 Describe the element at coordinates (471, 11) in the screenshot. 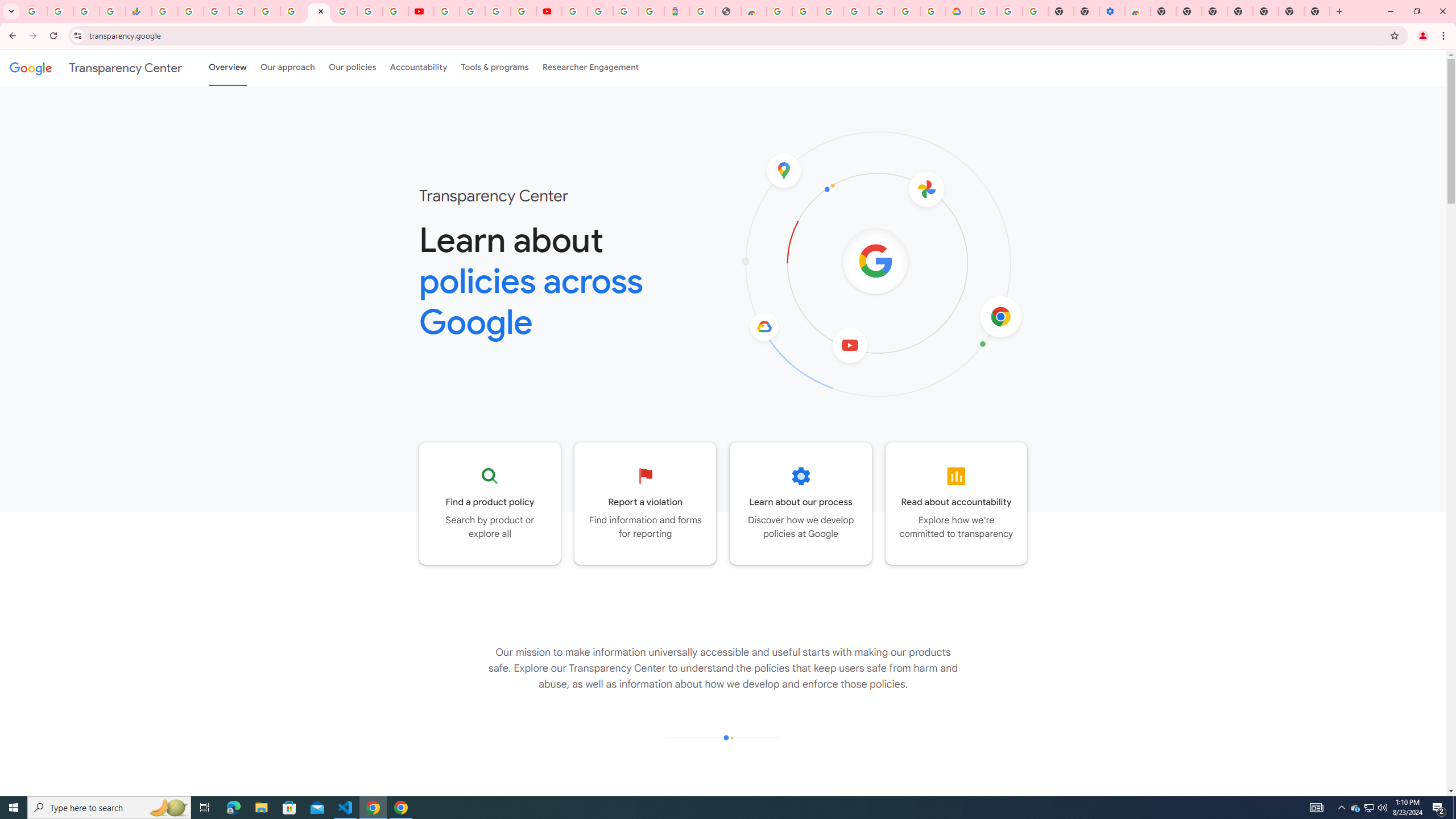

I see `'Google Account Help'` at that location.